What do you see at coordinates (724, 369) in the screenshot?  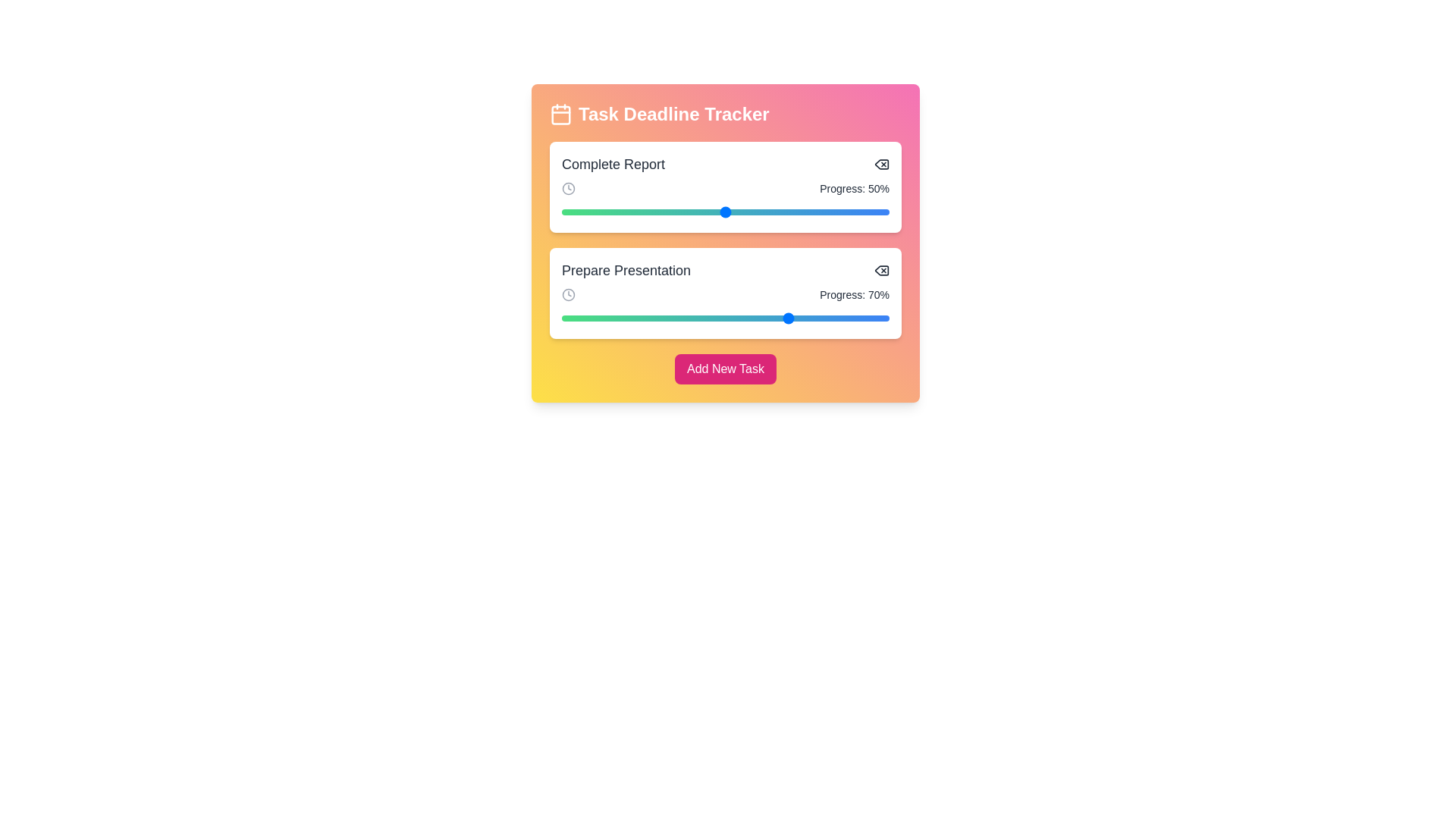 I see `the 'Add New Task' button to add a new task` at bounding box center [724, 369].